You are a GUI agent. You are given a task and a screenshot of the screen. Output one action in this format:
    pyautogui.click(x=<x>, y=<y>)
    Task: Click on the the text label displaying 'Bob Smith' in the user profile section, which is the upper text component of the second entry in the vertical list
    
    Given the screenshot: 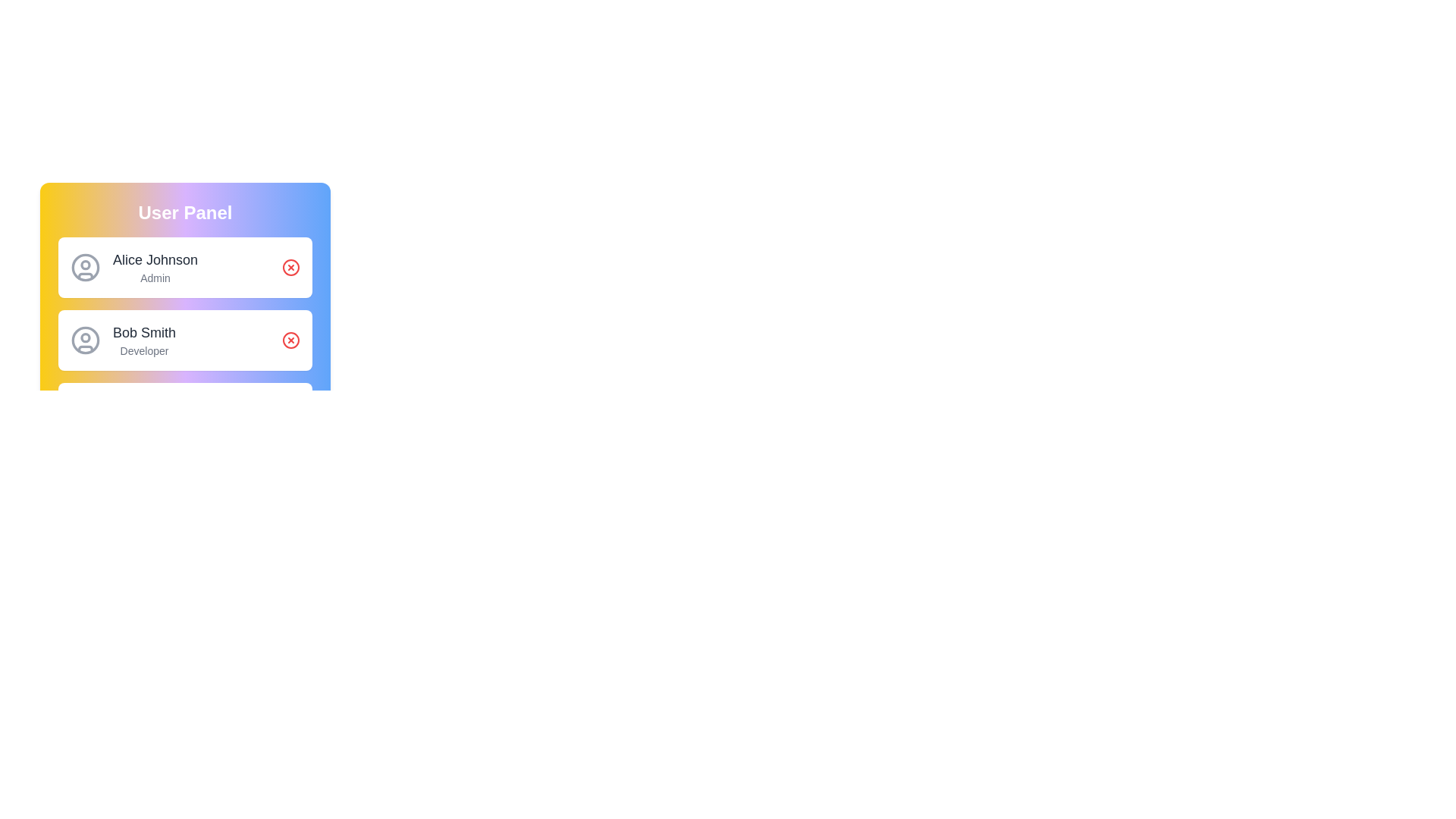 What is the action you would take?
    pyautogui.click(x=144, y=332)
    